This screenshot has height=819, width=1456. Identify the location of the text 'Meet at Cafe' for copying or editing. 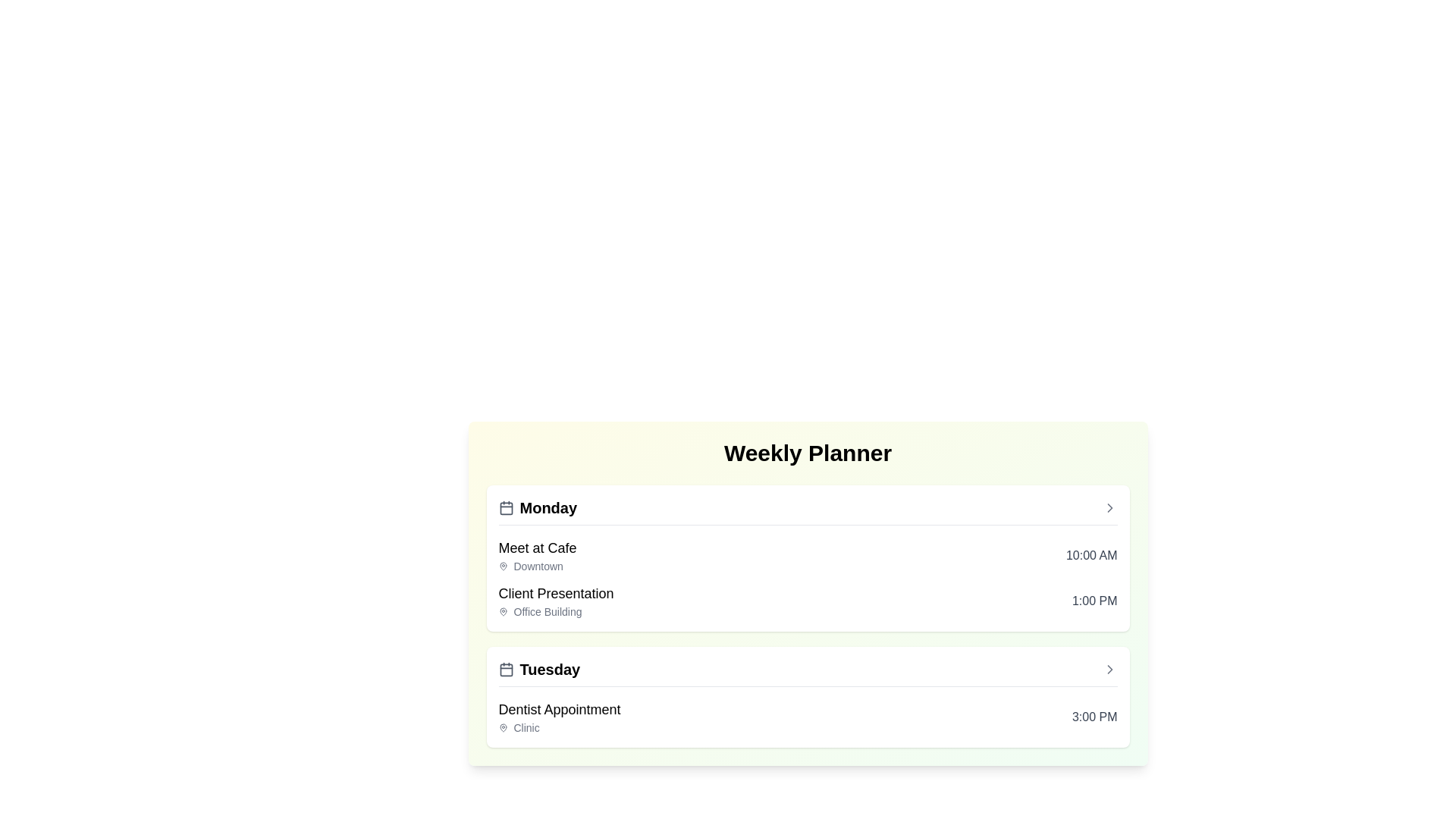
(538, 548).